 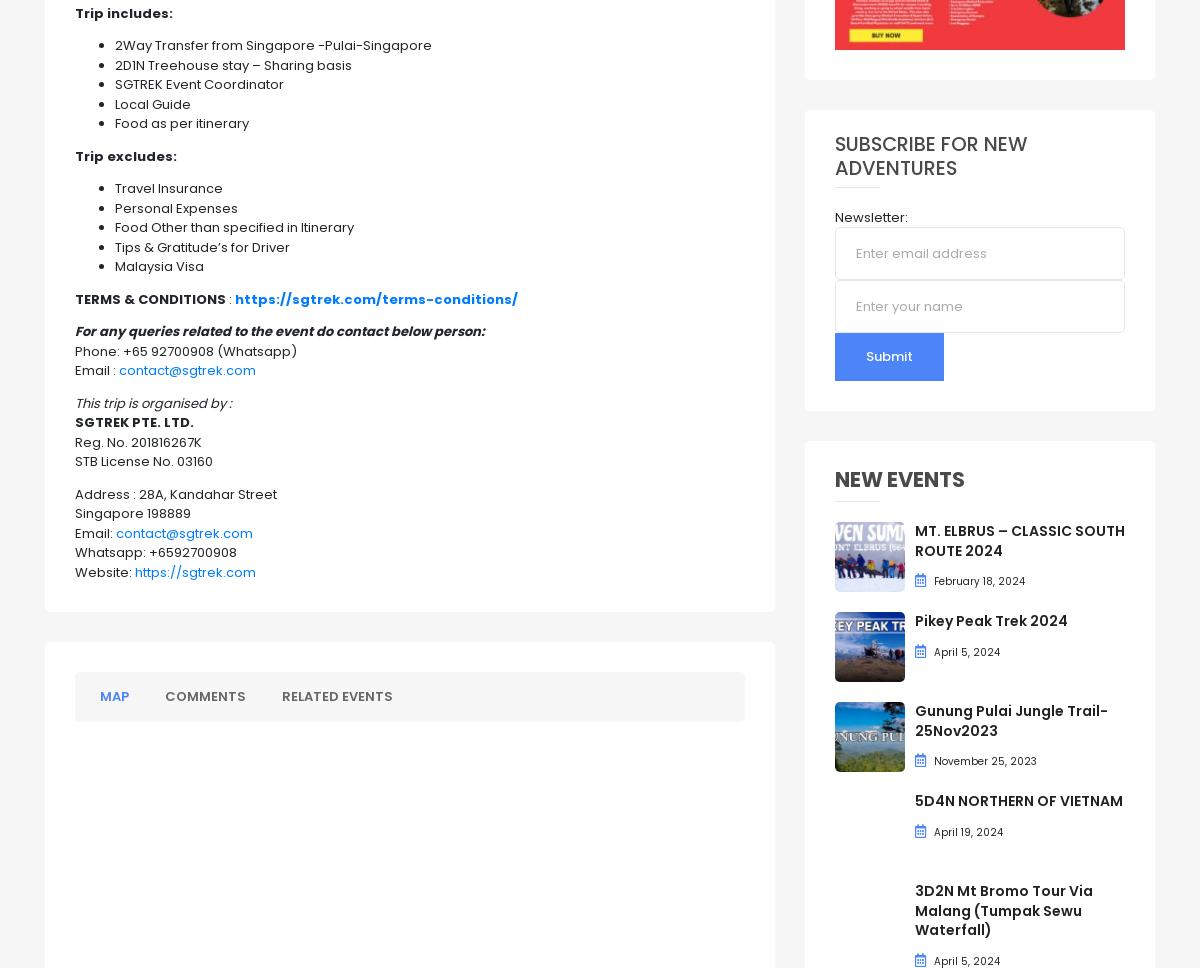 What do you see at coordinates (95, 531) in the screenshot?
I see `'Email:'` at bounding box center [95, 531].